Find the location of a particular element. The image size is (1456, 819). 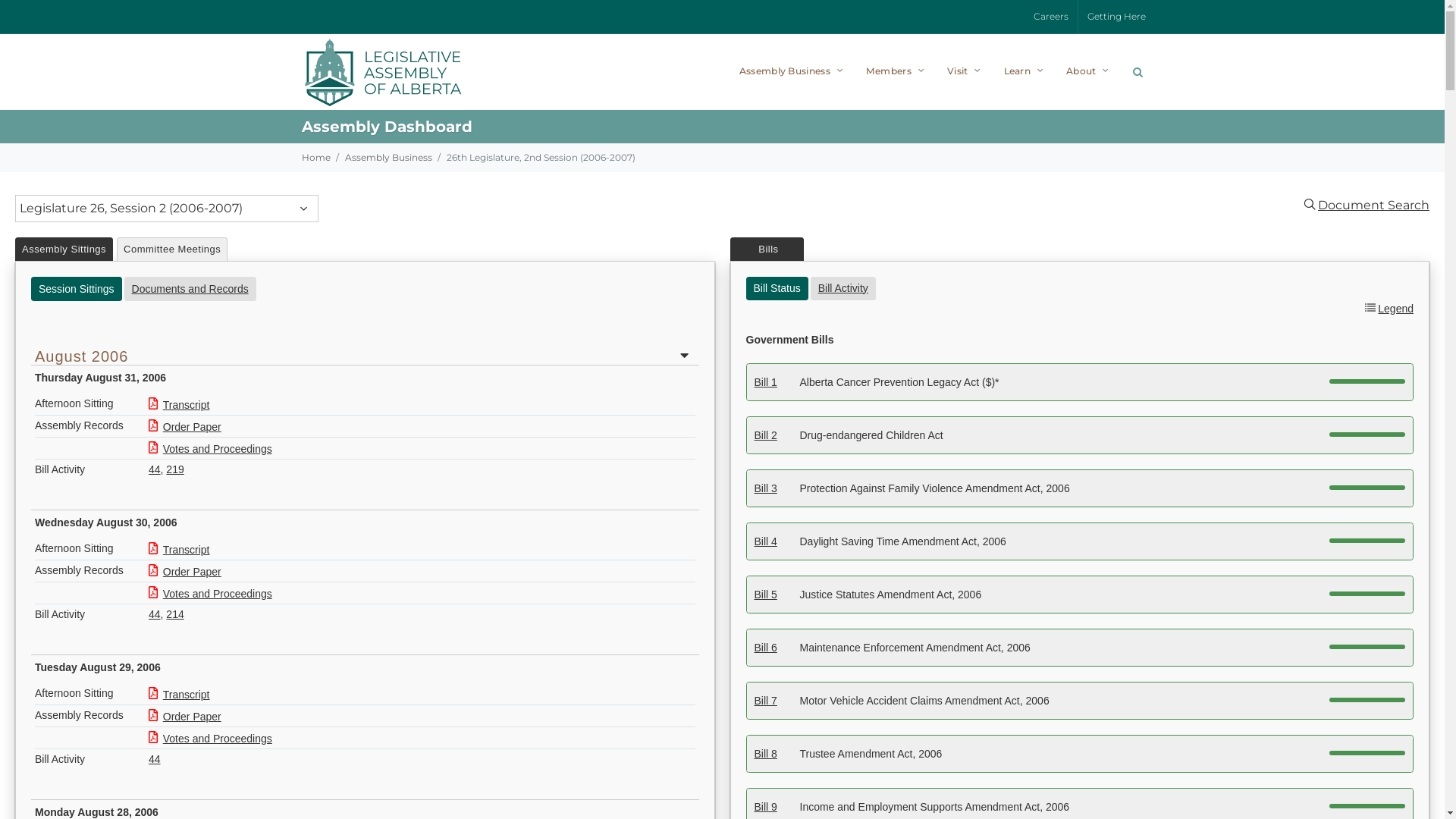

'Getting Here' is located at coordinates (1116, 17).